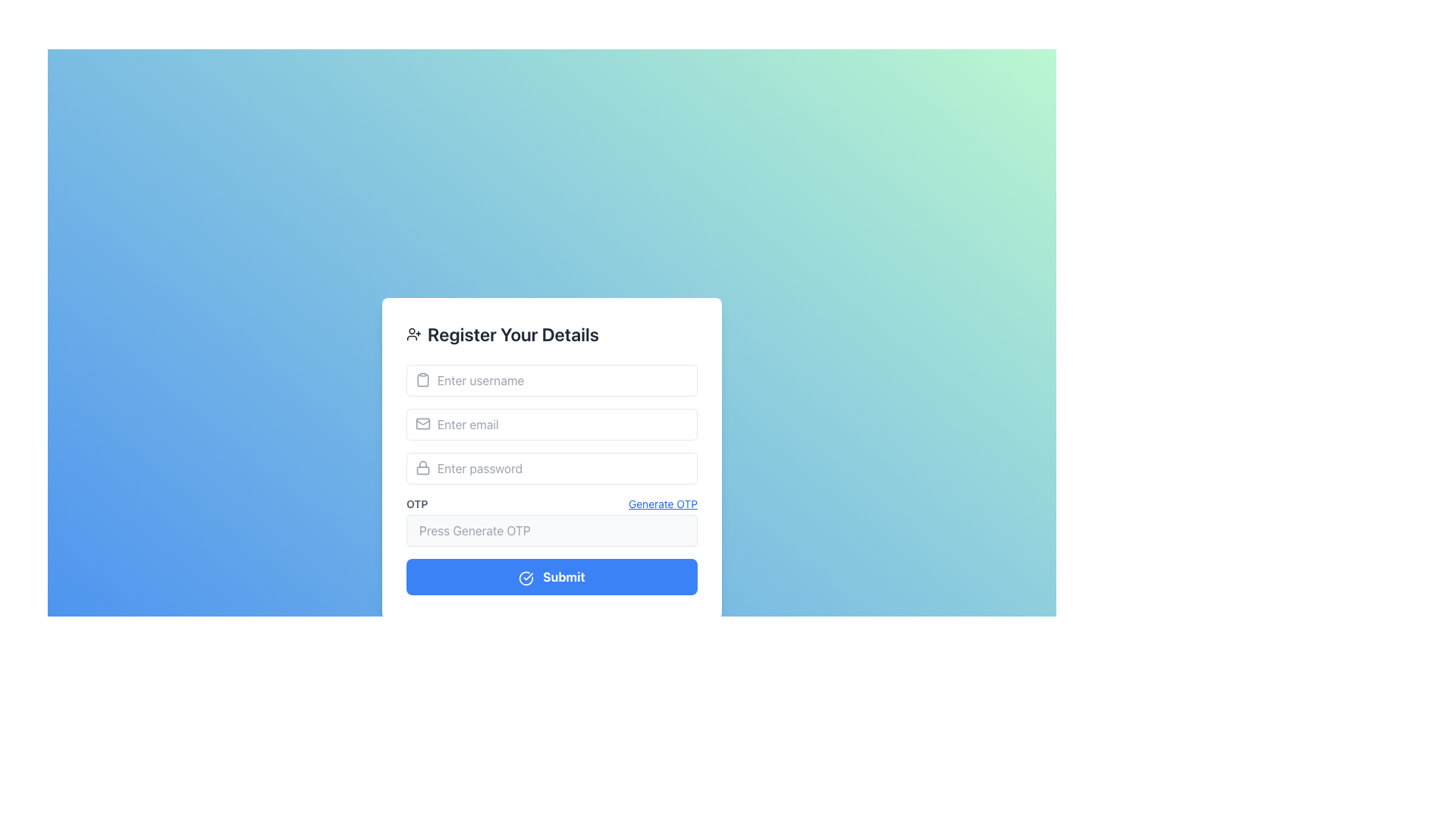  Describe the element at coordinates (422, 422) in the screenshot. I see `the thin, slanted line segment that is part of the mail envelope icon, located to the left of the 'Enter email' text field in the user registration section` at that location.